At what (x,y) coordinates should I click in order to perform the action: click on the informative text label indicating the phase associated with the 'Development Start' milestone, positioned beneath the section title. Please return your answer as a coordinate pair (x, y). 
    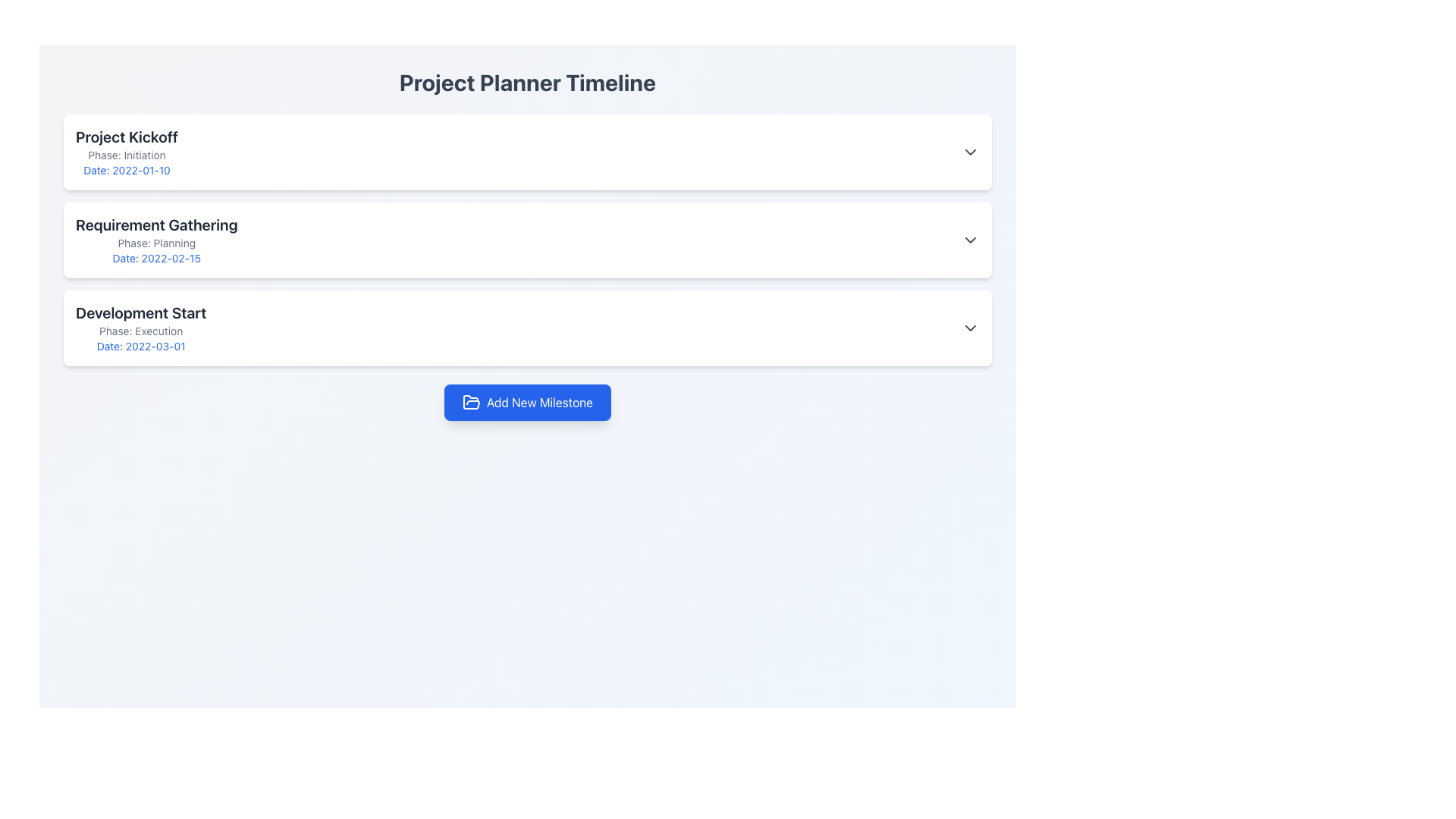
    Looking at the image, I should click on (141, 330).